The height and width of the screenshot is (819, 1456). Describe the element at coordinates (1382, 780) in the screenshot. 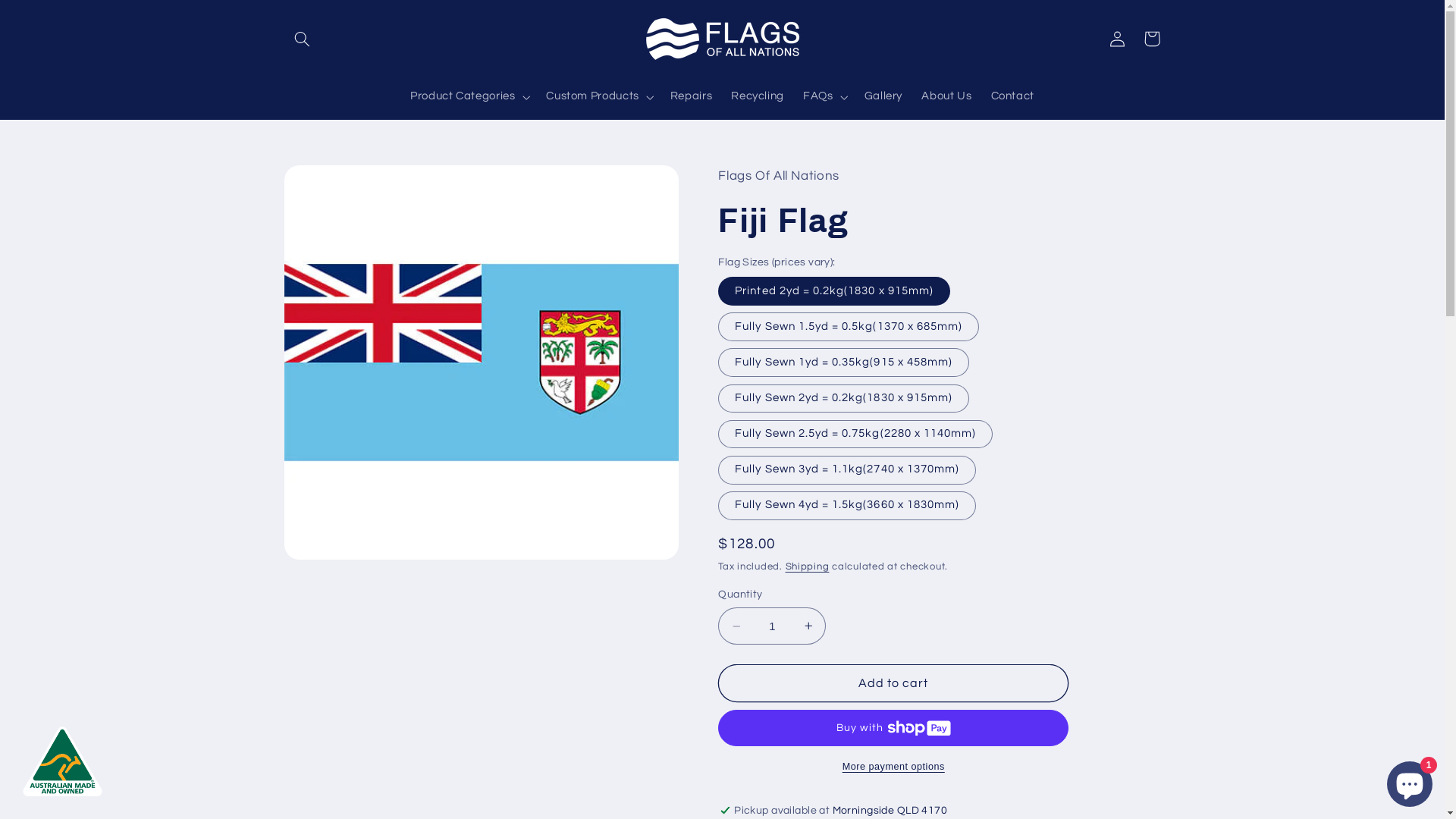

I see `'Shopify online store chat'` at that location.